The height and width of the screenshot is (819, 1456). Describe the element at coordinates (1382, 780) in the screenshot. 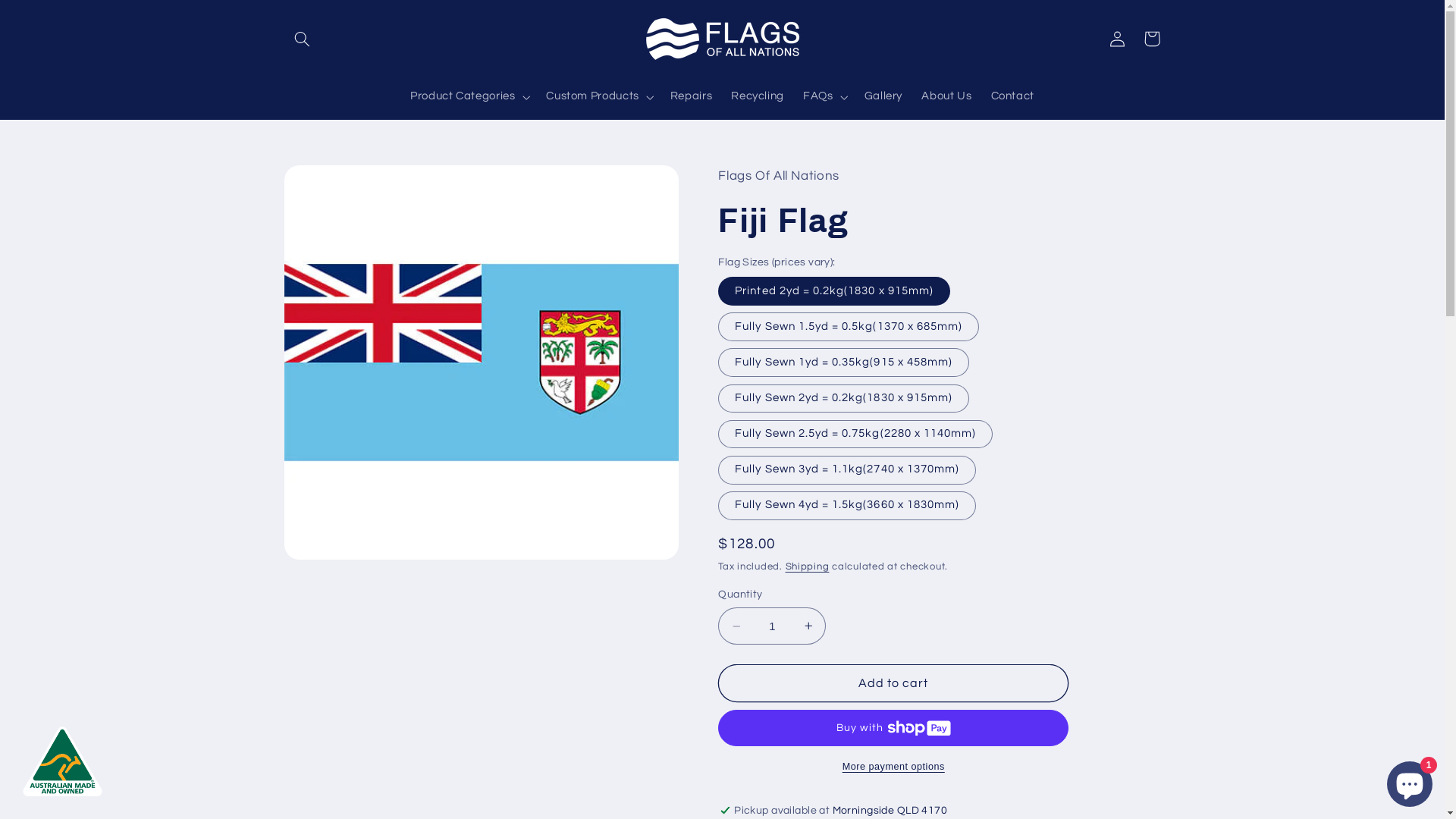

I see `'Shopify online store chat'` at that location.